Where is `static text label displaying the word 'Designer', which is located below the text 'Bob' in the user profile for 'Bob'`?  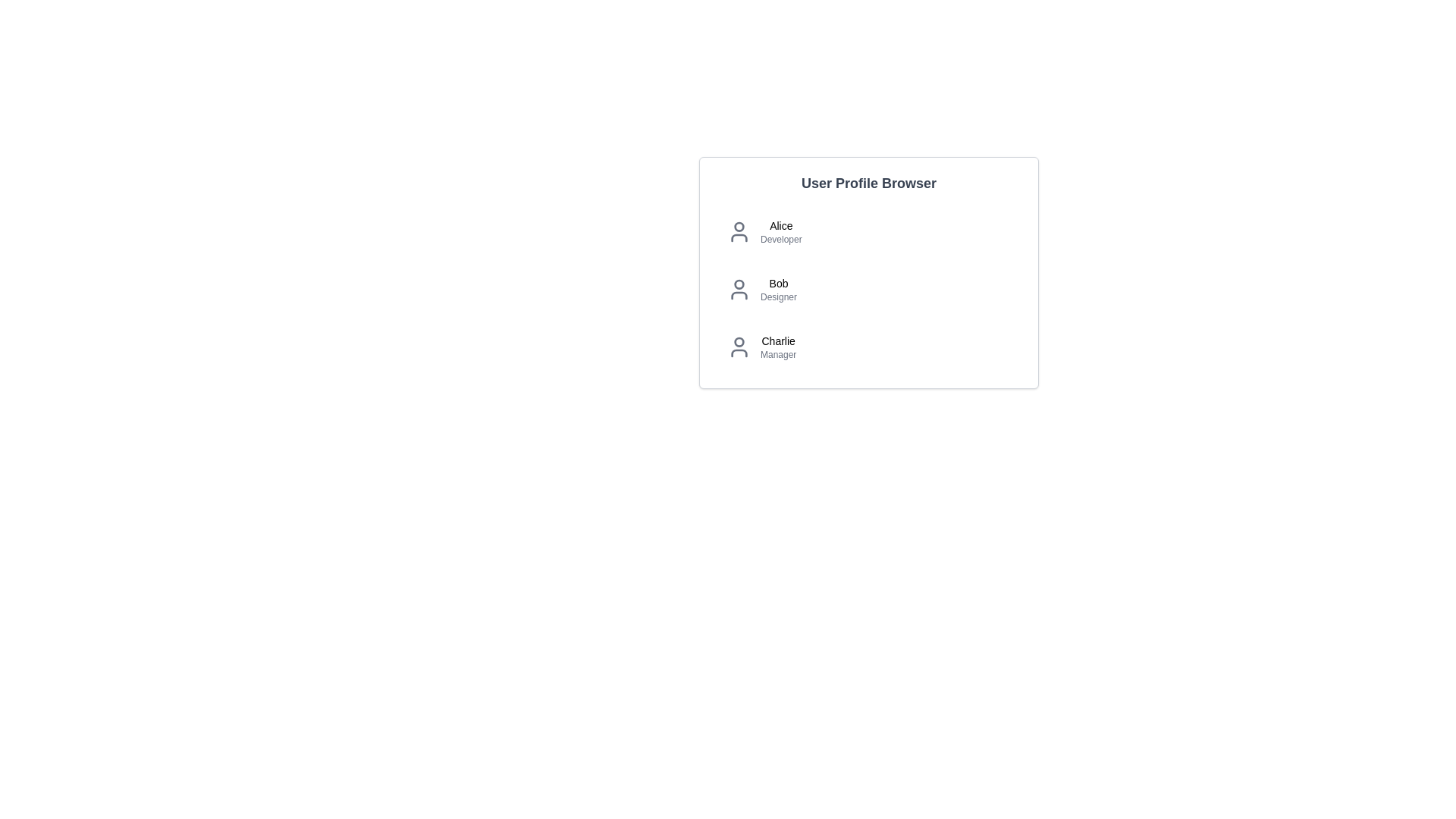
static text label displaying the word 'Designer', which is located below the text 'Bob' in the user profile for 'Bob' is located at coordinates (779, 297).